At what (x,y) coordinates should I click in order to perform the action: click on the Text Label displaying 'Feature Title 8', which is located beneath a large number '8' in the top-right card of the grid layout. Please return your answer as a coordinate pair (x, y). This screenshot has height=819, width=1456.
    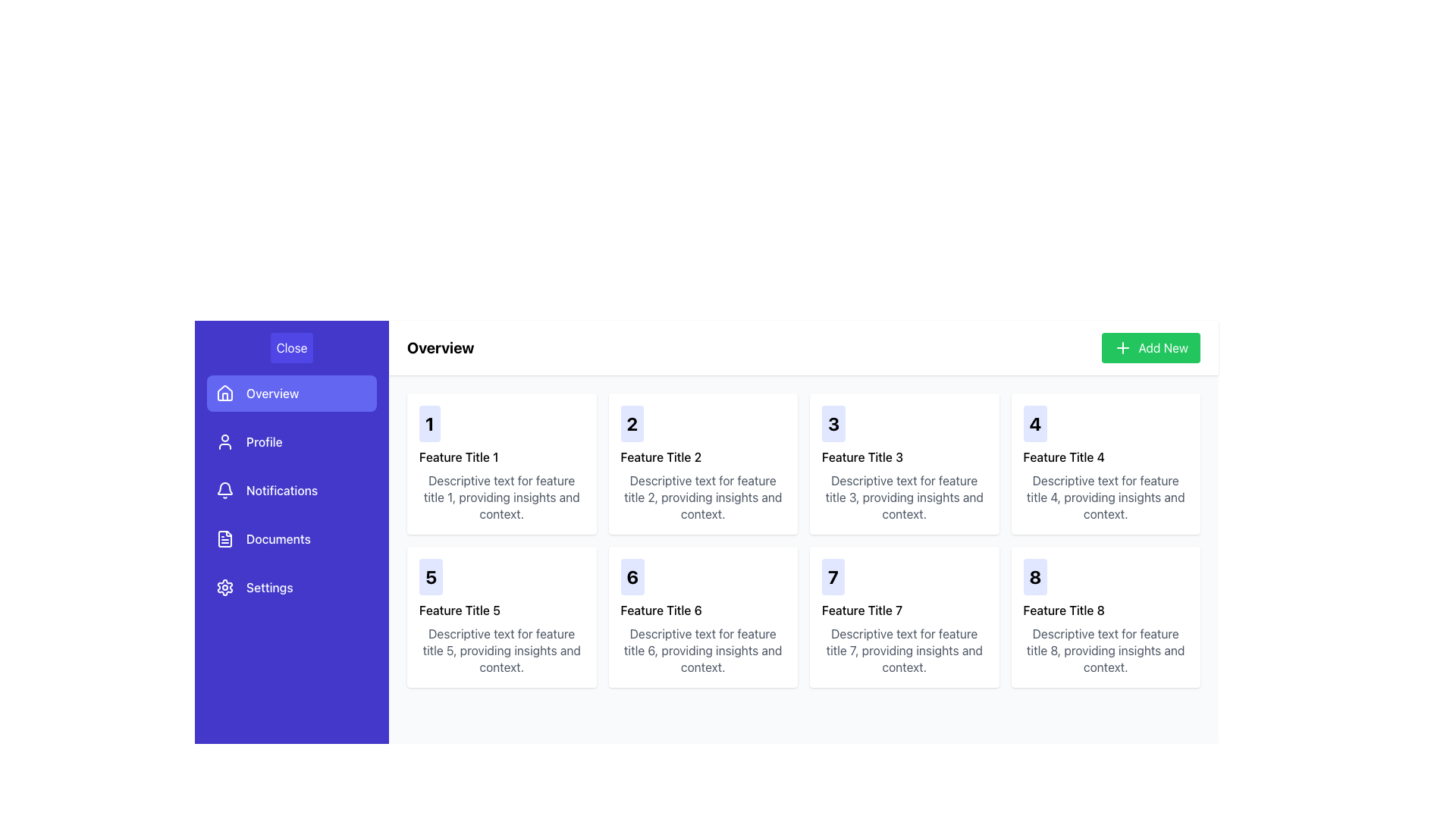
    Looking at the image, I should click on (1063, 610).